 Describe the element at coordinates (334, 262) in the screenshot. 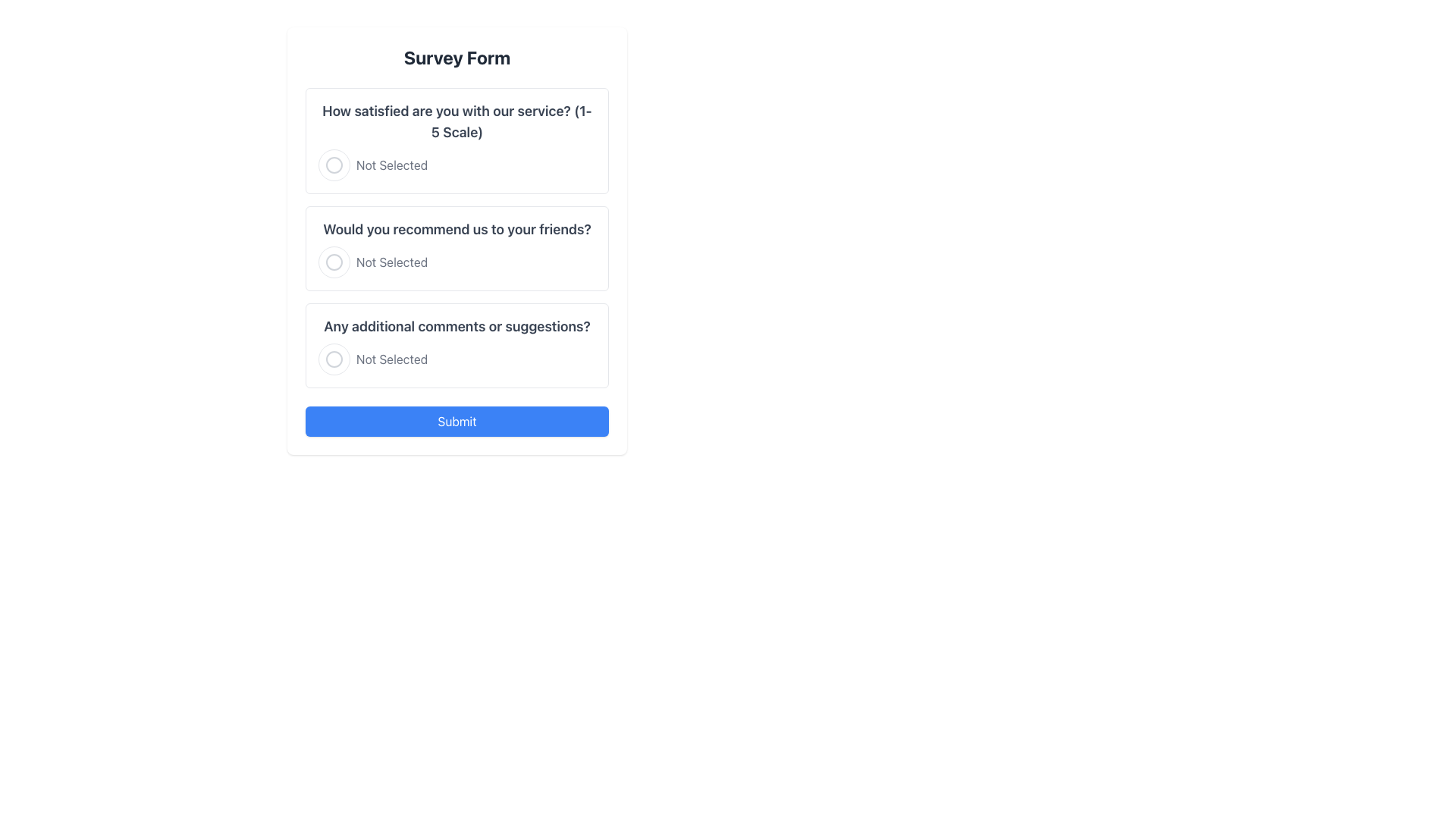

I see `the second SVG Circle element that serves as a visual indicator in the survey layout` at that location.